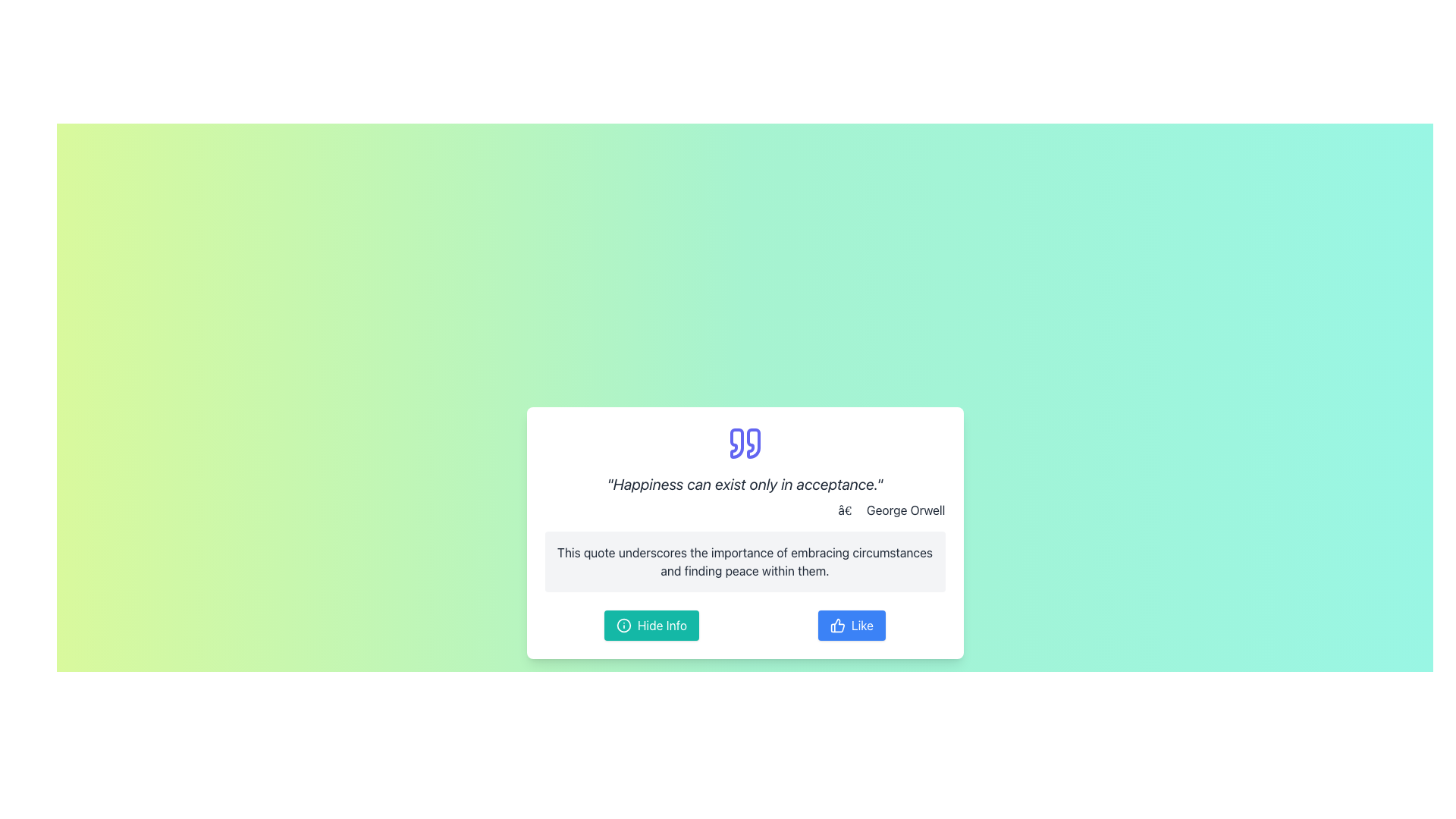 The width and height of the screenshot is (1456, 819). What do you see at coordinates (623, 626) in the screenshot?
I see `the Circle SVG element that is part of the 'Hide Info' button, which serves as an icon indicating information` at bounding box center [623, 626].